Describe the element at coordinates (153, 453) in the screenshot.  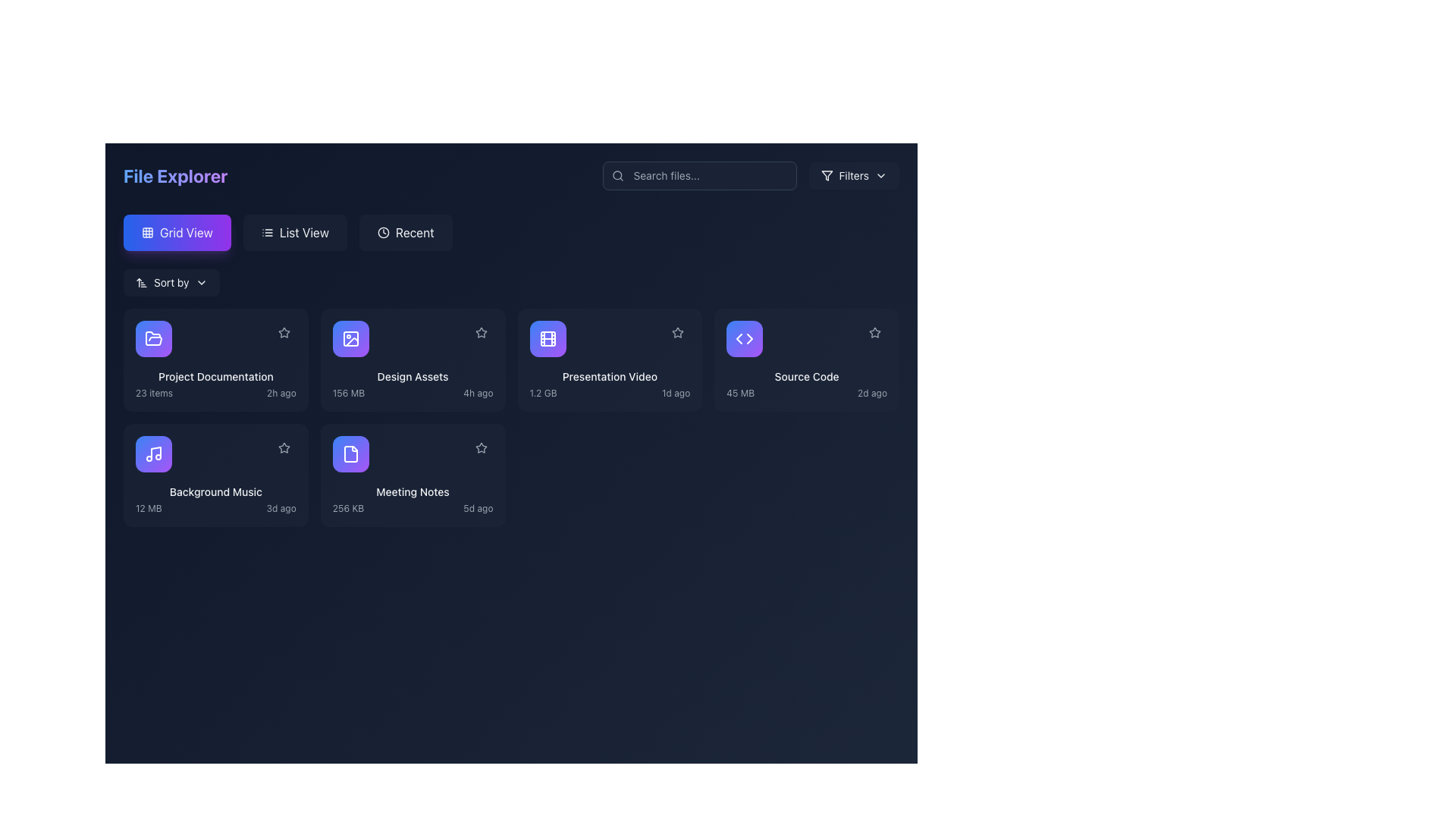
I see `the music file icon button located in the first column of the fourth row in the file explorer's grid layout` at that location.